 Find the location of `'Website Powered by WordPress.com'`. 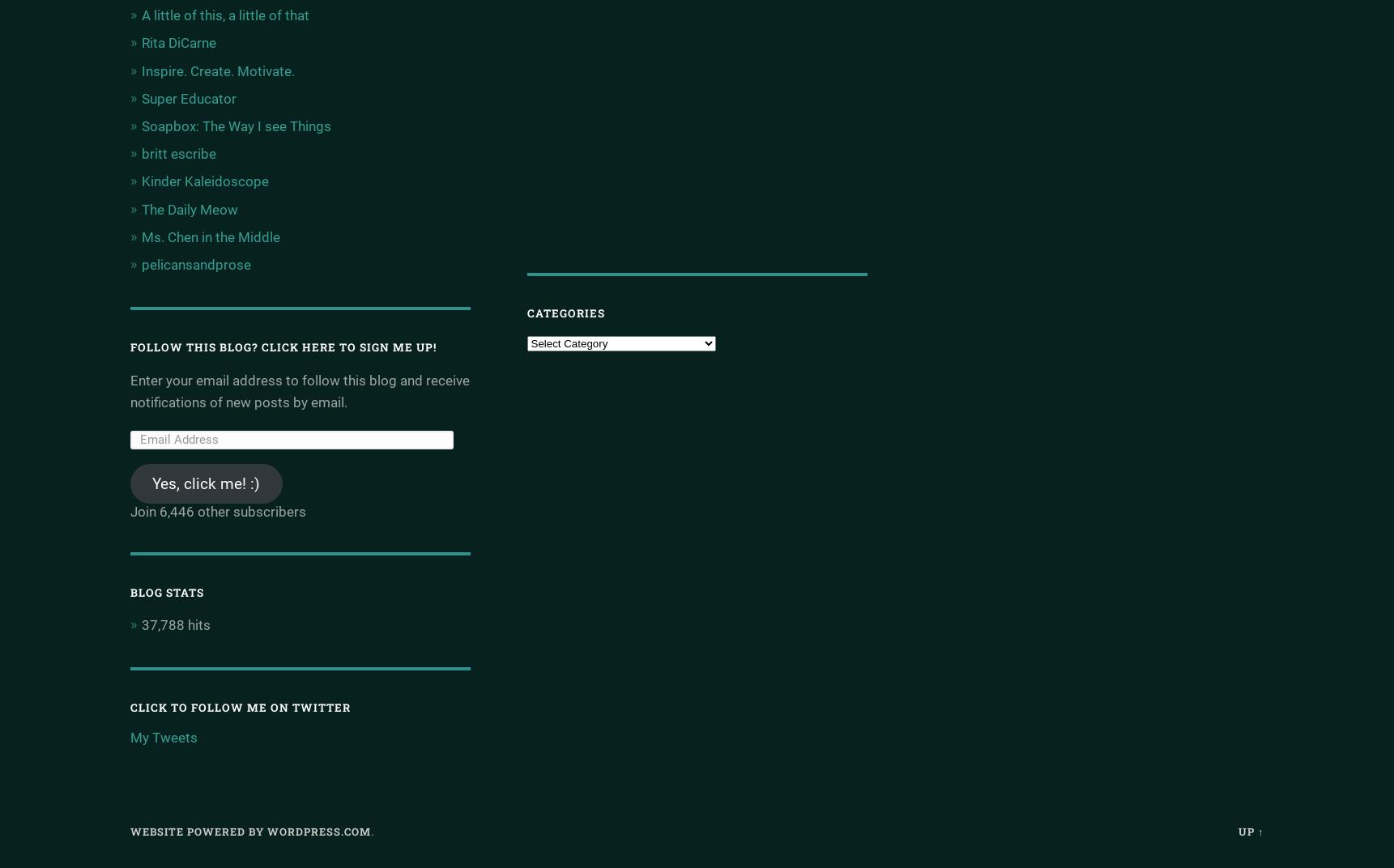

'Website Powered by WordPress.com' is located at coordinates (249, 831).